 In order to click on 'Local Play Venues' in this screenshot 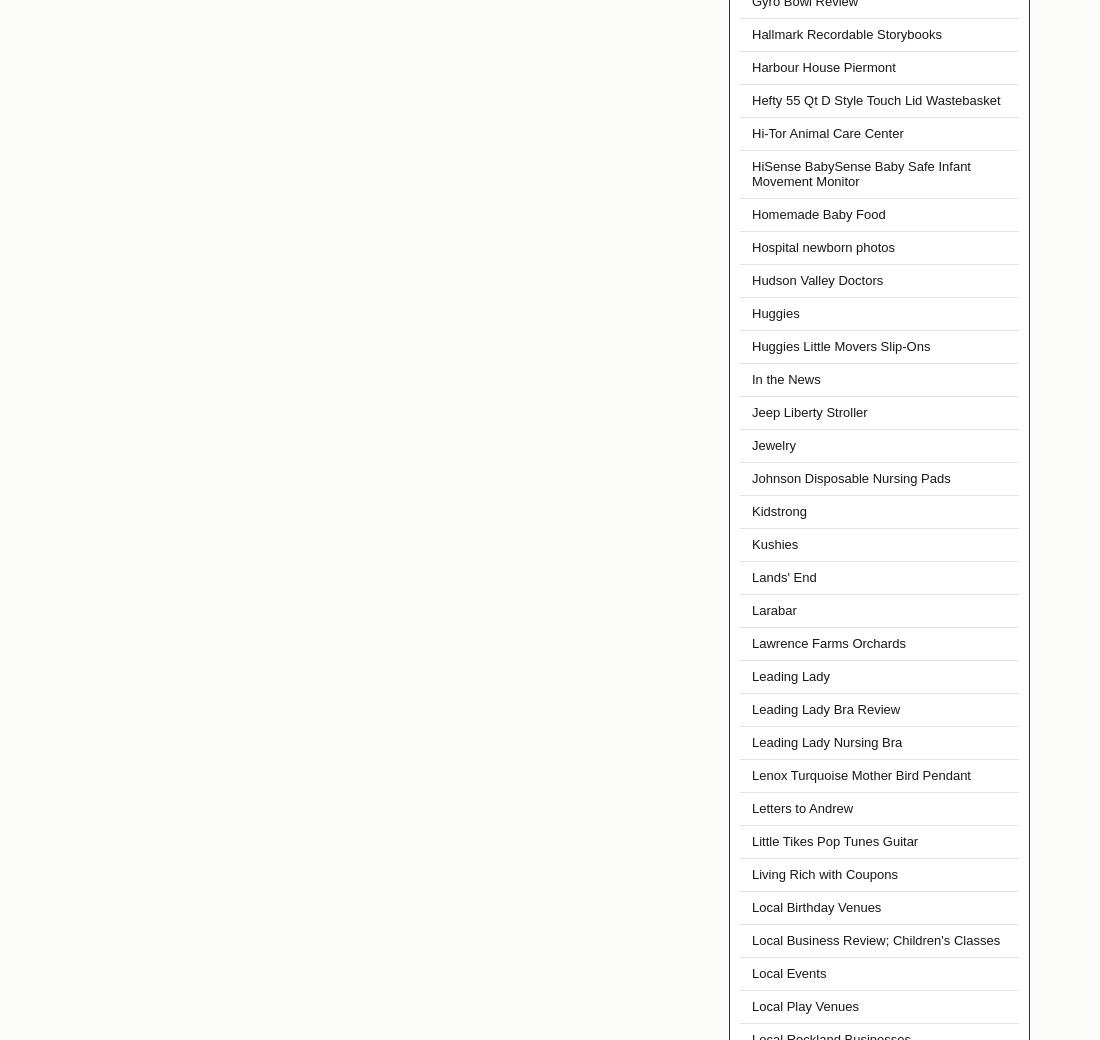, I will do `click(804, 1006)`.